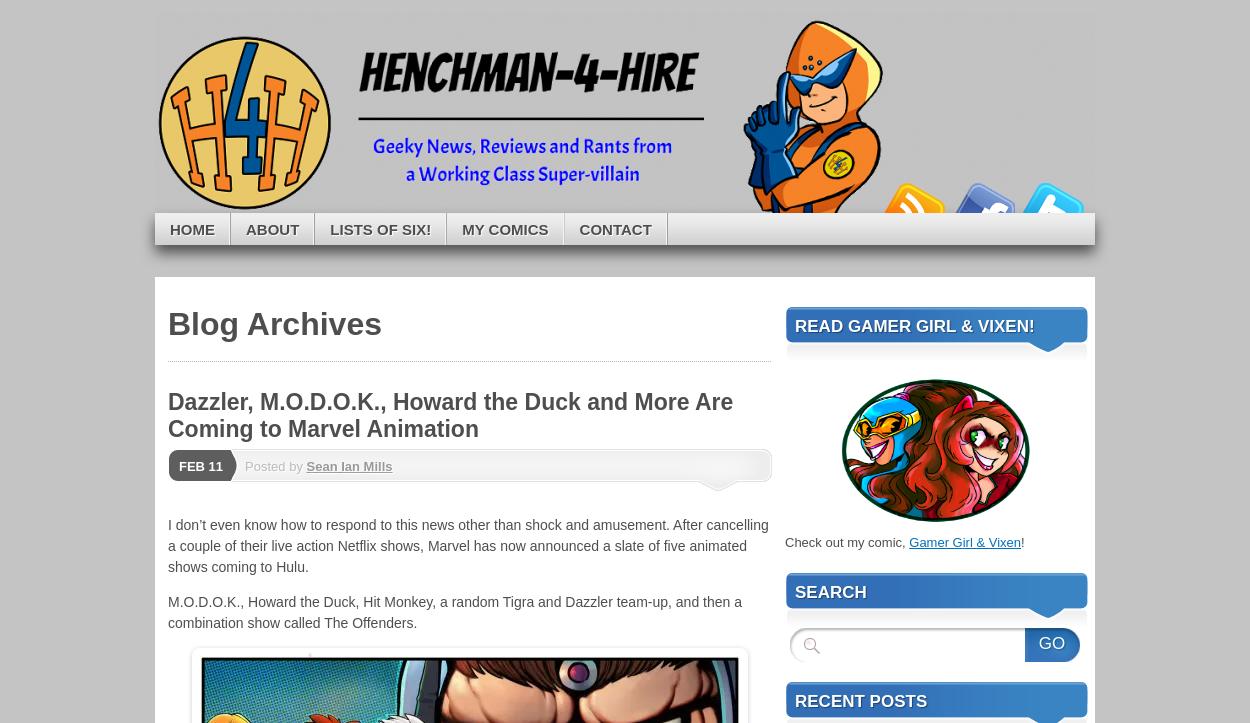  I want to click on 'Check out my comic,', so click(846, 541).